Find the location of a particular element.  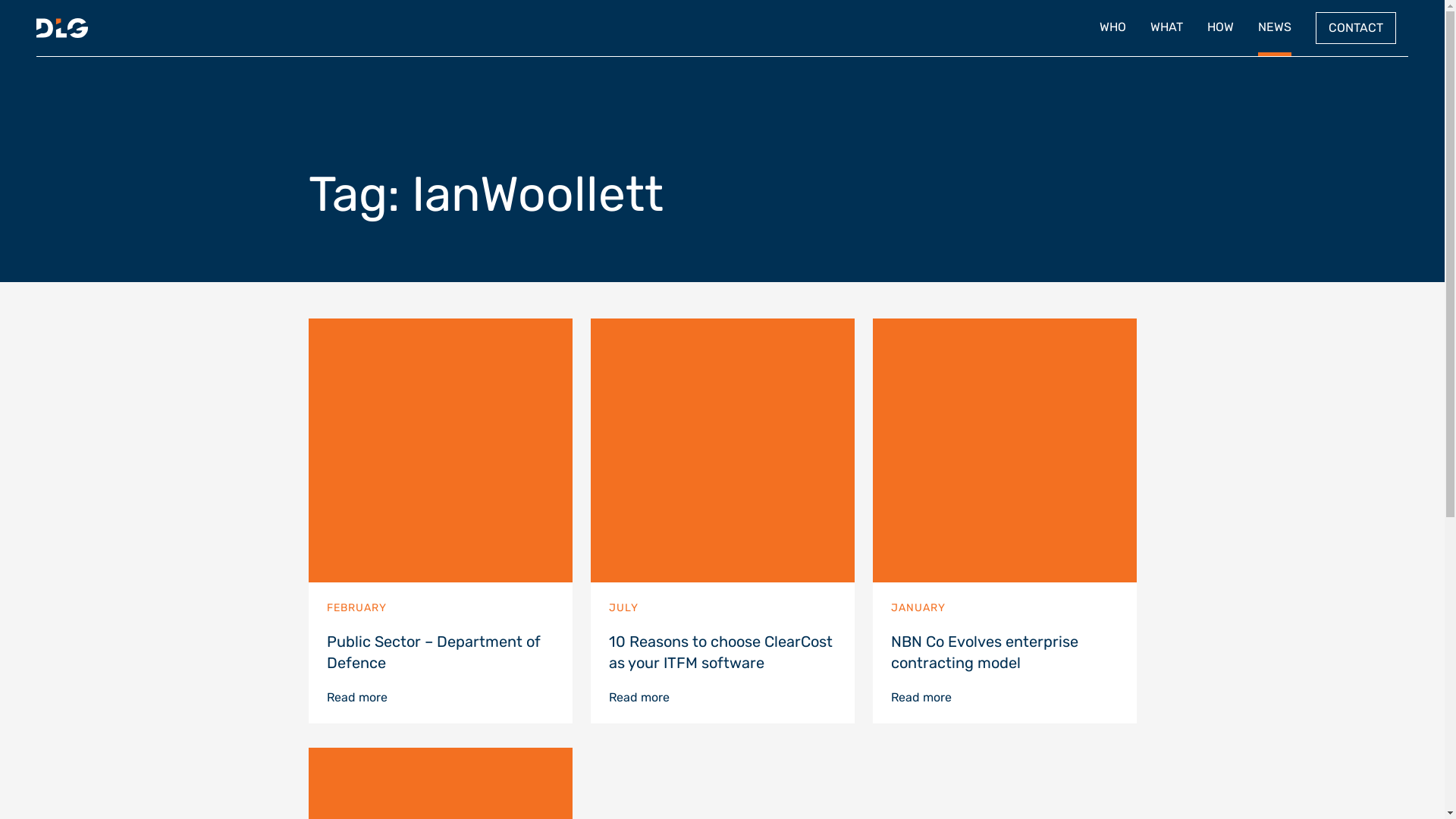

'JULY is located at coordinates (720, 503).